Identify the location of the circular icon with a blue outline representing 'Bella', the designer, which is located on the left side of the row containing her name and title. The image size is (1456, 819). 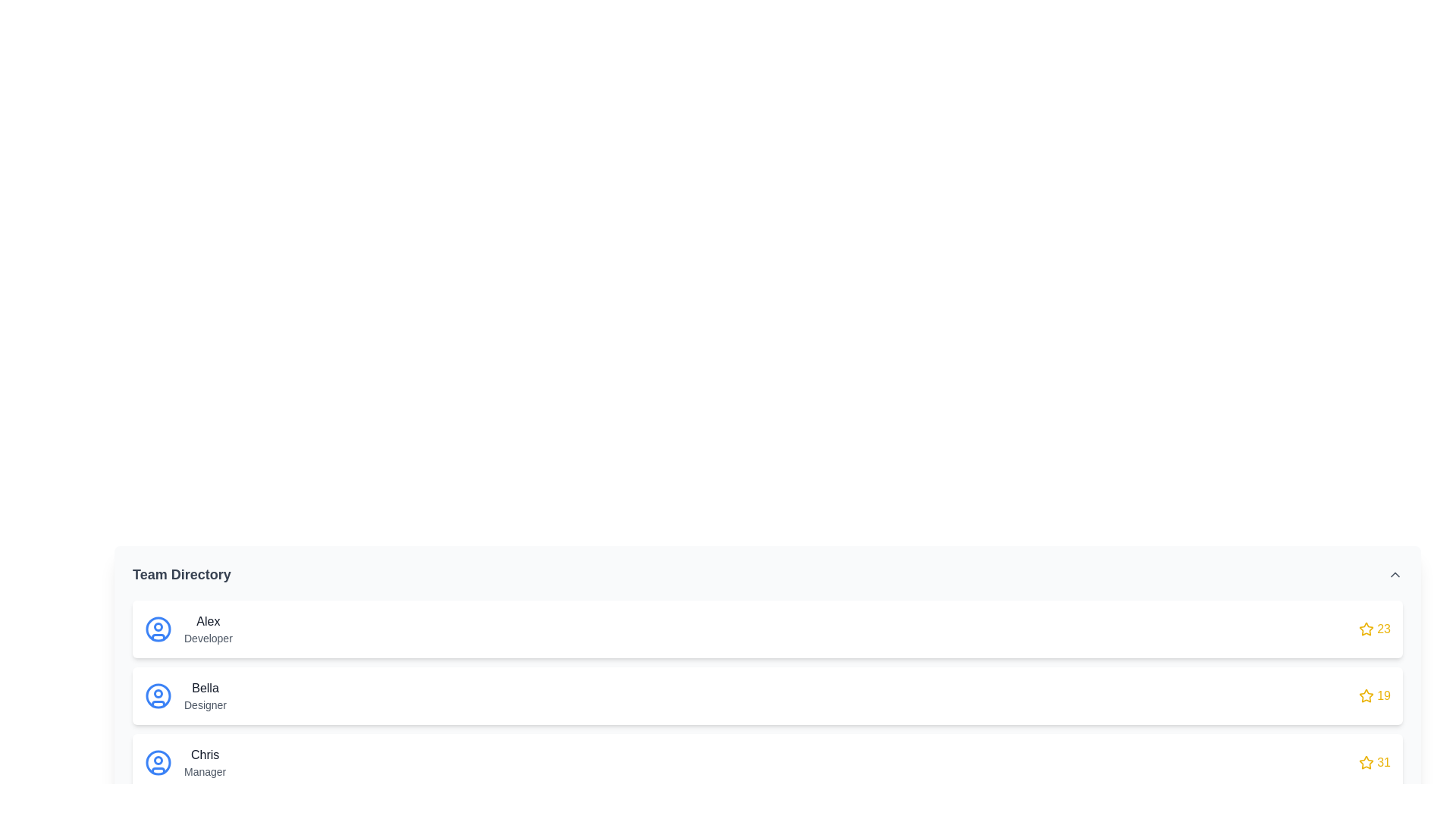
(158, 696).